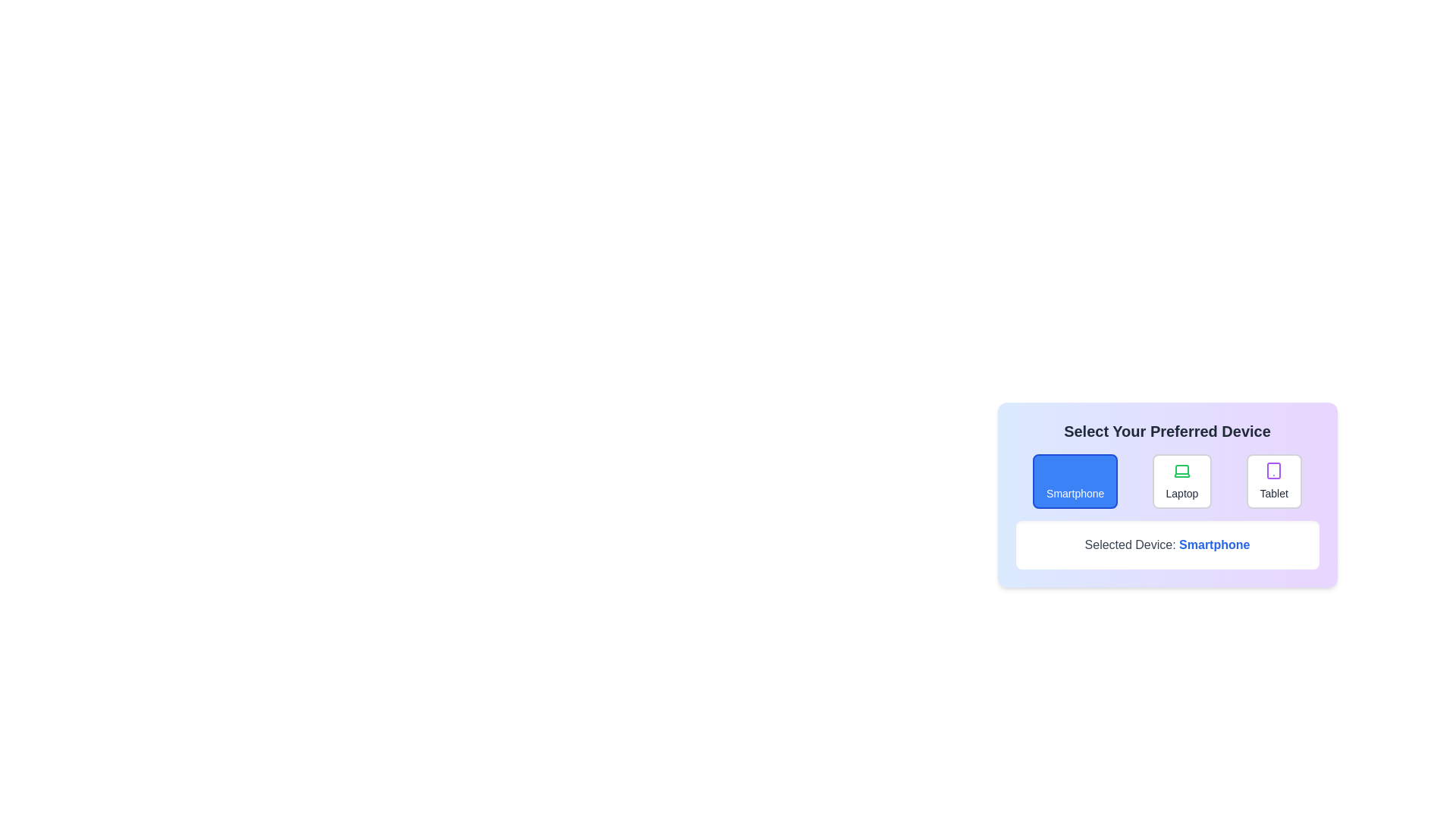 The width and height of the screenshot is (1456, 819). I want to click on text of the label displaying 'Laptop', which is a small black sans-serif font label positioned below the laptop icon and centrally aligned in the device selection options, so click(1181, 494).